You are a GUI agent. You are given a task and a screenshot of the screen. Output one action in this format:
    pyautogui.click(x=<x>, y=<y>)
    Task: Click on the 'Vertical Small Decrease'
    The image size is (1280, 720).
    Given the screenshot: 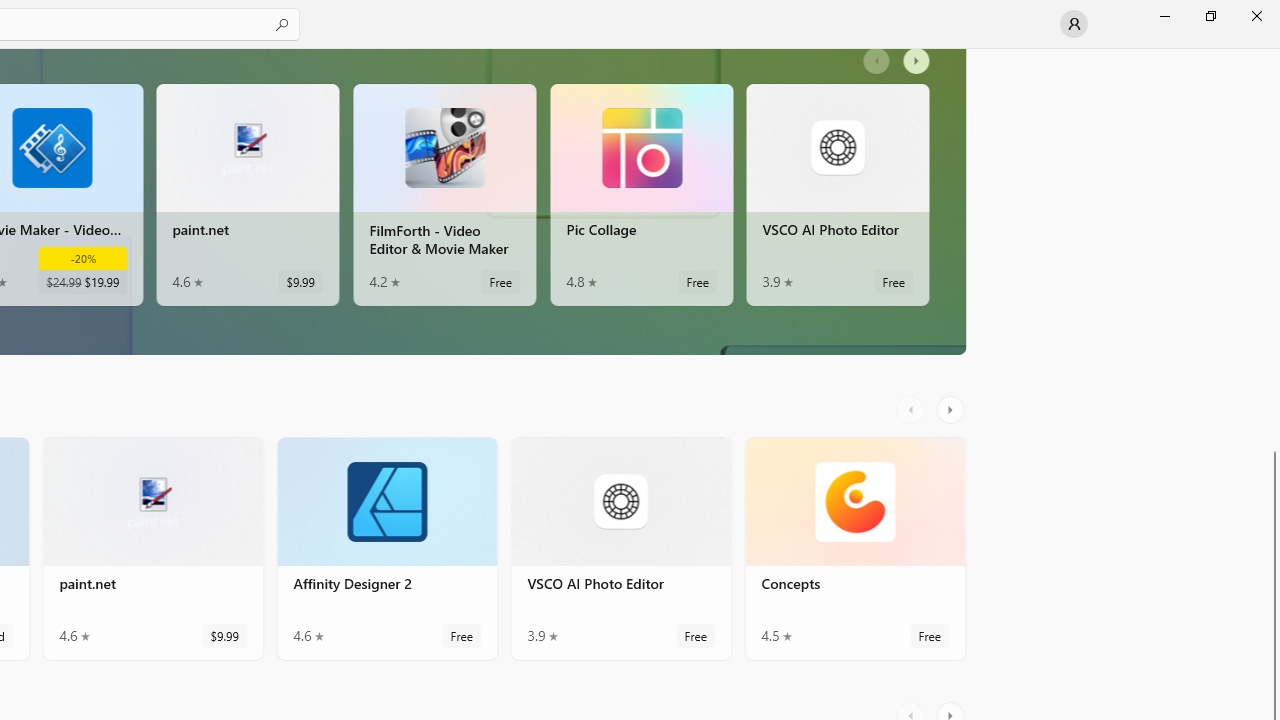 What is the action you would take?
    pyautogui.click(x=1271, y=54)
    